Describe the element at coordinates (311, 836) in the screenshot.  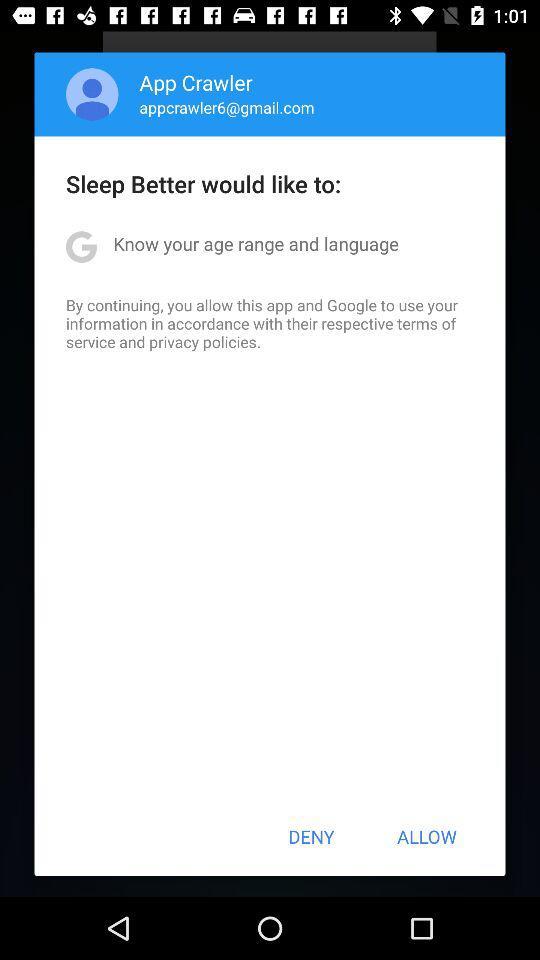
I see `deny` at that location.